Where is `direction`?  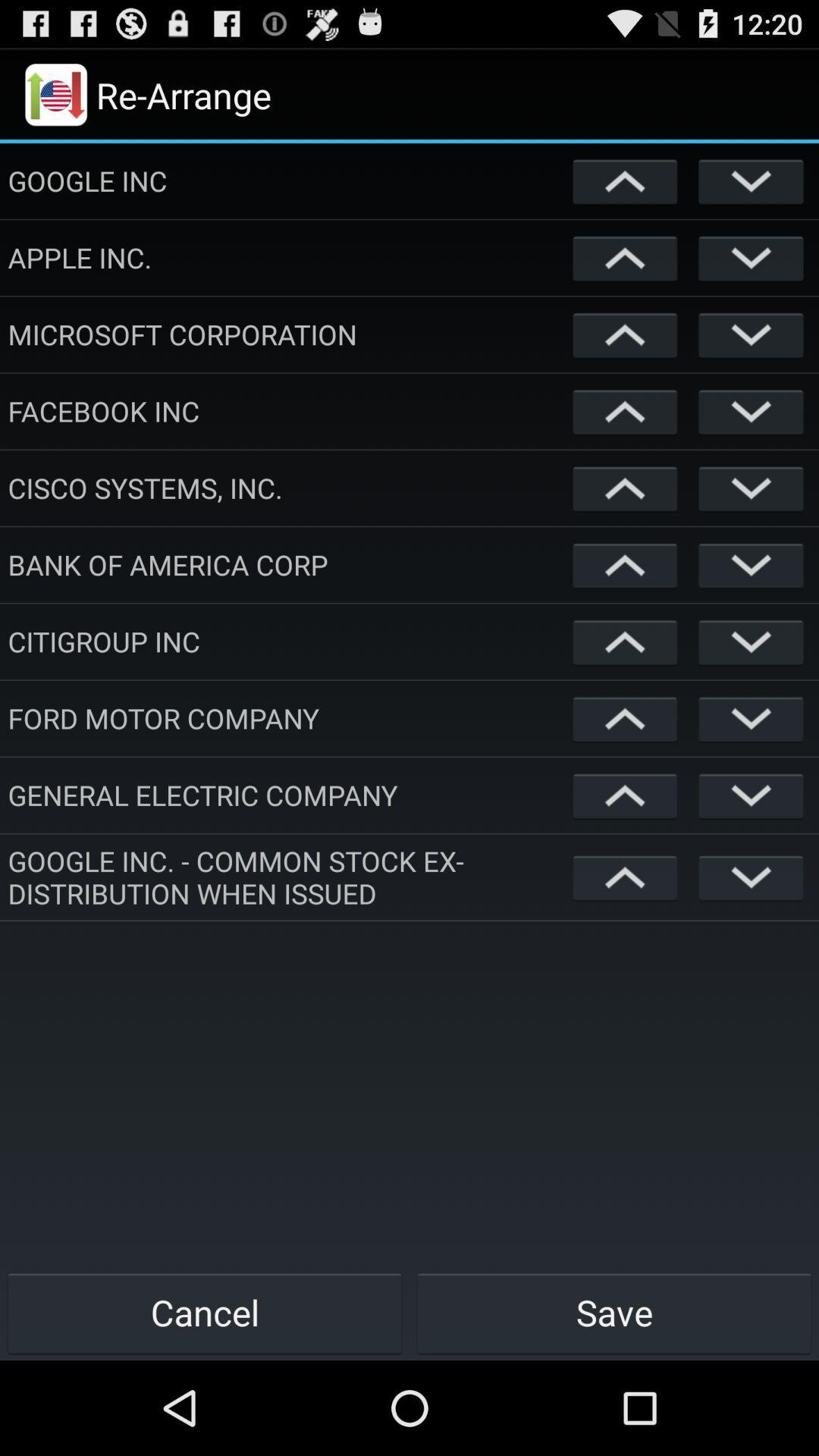
direction is located at coordinates (625, 334).